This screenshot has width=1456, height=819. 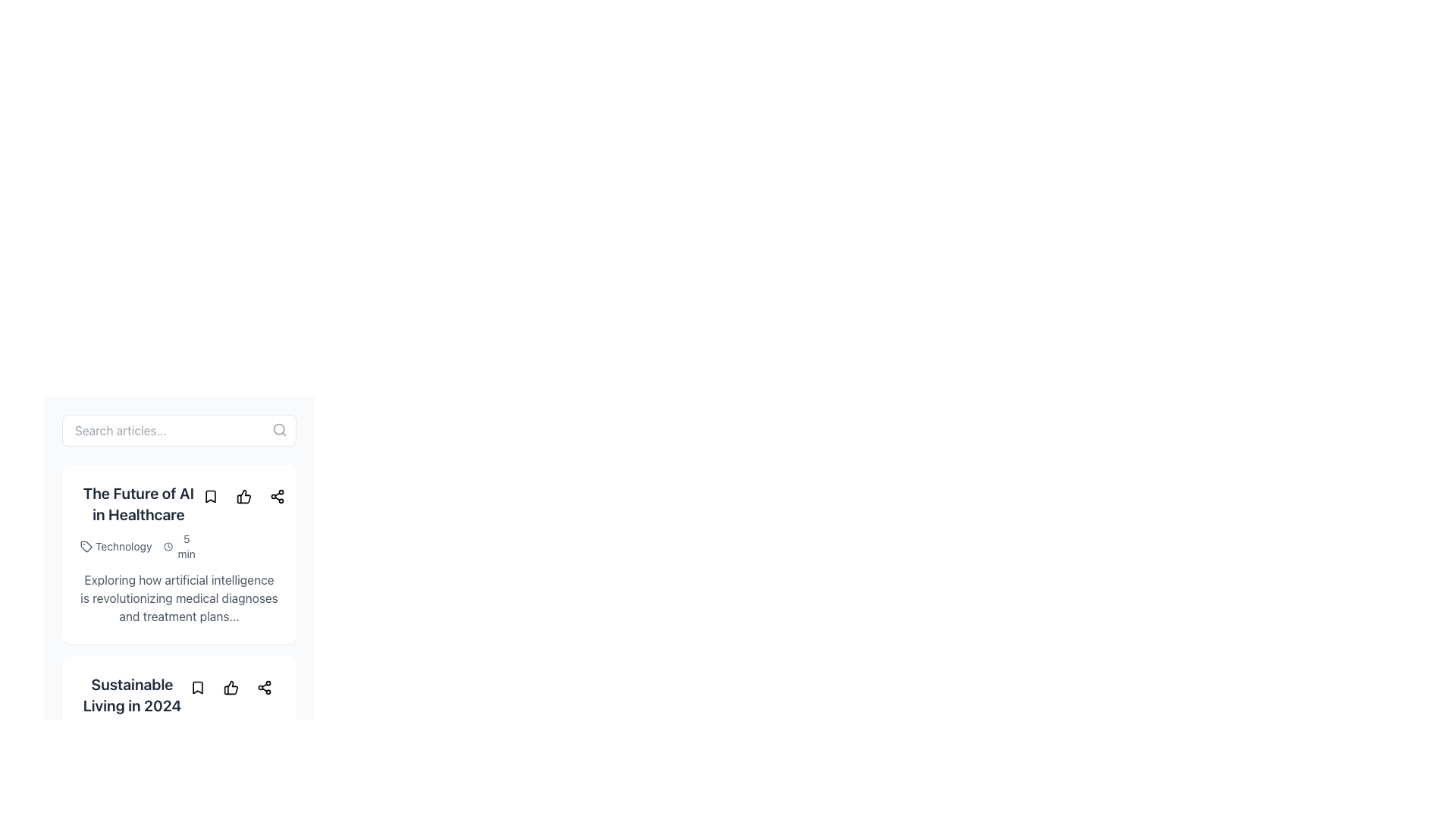 I want to click on the information display element that provides metadata including the category 'Technology' and reading time '5 min', located beneath the title 'The Future of AI in Healthcare', so click(x=138, y=547).